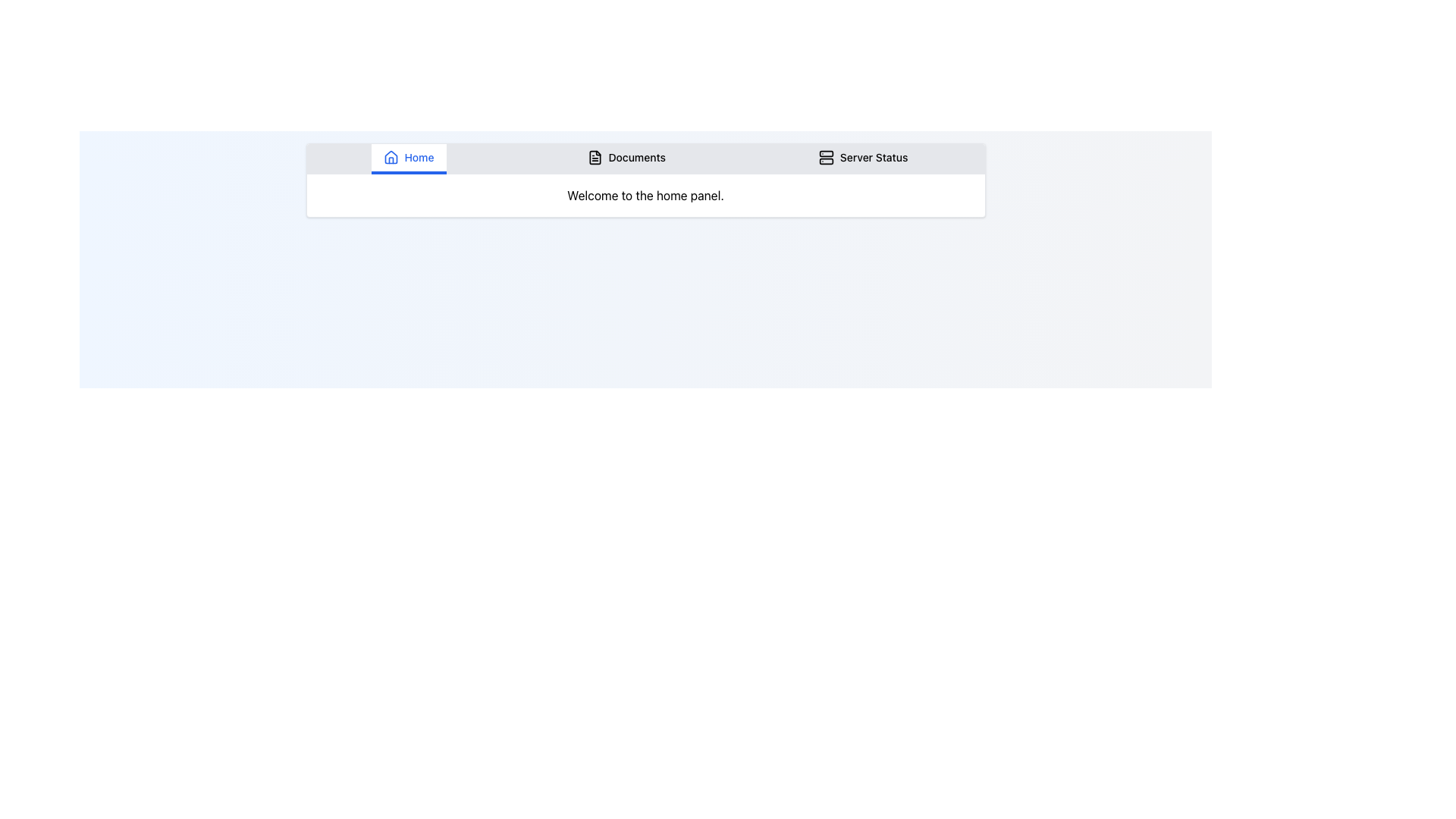 The width and height of the screenshot is (1456, 819). I want to click on the 'Home' icon located in the navigation bar, which is positioned to the far left and serves as a quick link to the main section of the application, so click(391, 157).